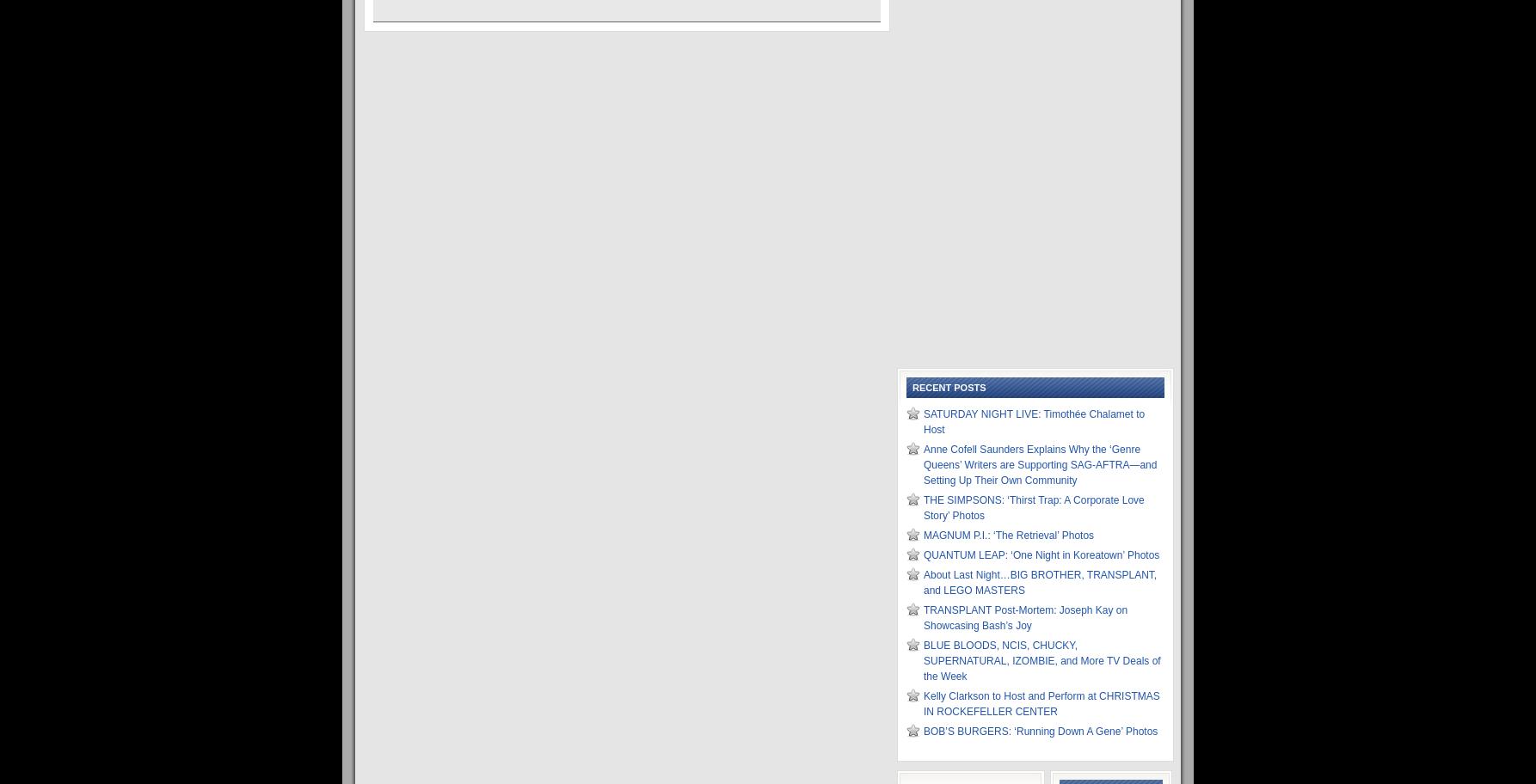 The width and height of the screenshot is (1536, 784). What do you see at coordinates (1041, 660) in the screenshot?
I see `'BLUE BLOODS, NCIS, CHUCKY, SUPERNATURAL, IZOMBIE, and More TV Deals of the Week'` at bounding box center [1041, 660].